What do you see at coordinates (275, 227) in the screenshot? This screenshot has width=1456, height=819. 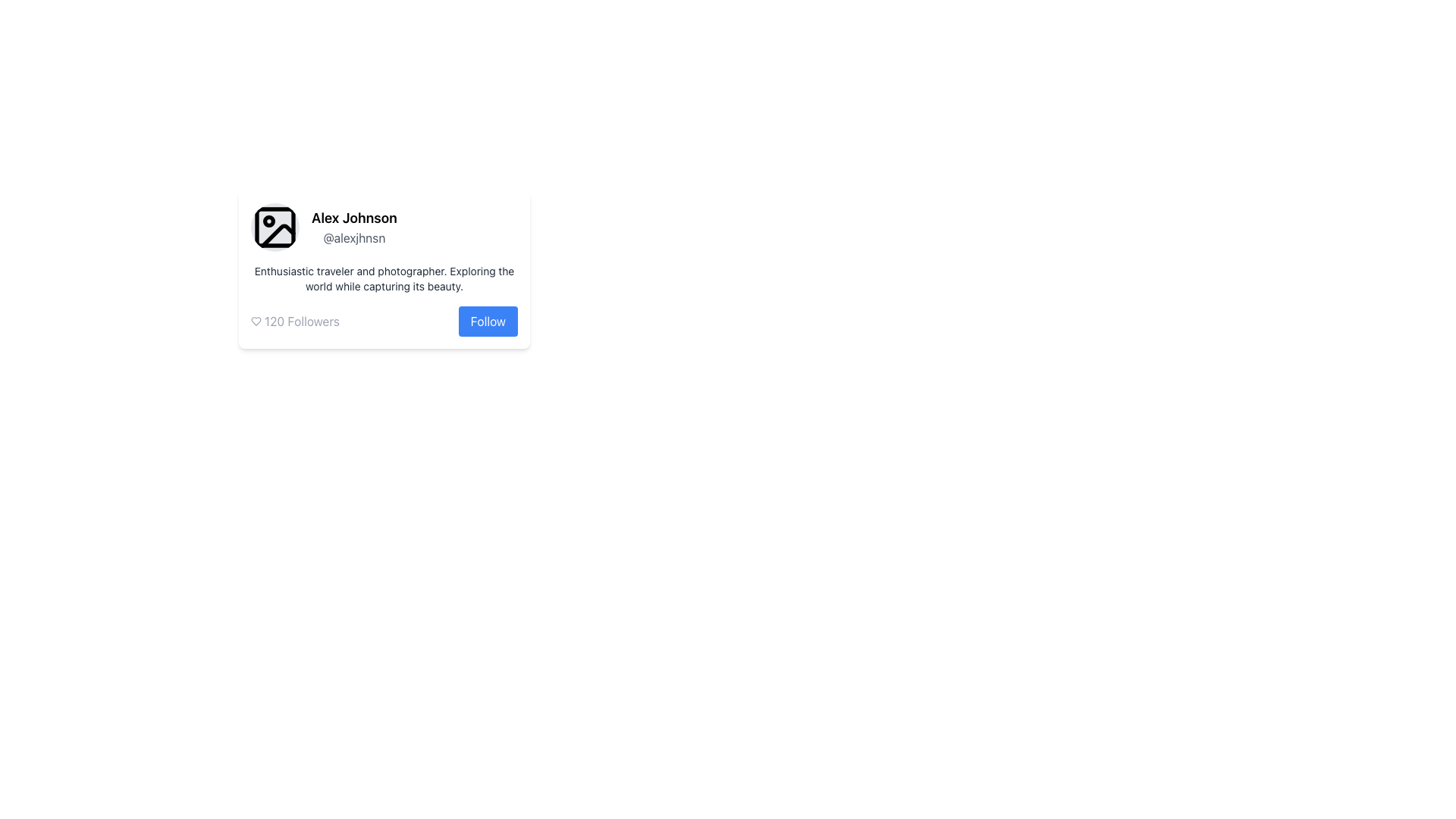 I see `the graphic or icon component representing a generic image in the profile card, located above the text 'Alex Johnson @alexjhsn'` at bounding box center [275, 227].